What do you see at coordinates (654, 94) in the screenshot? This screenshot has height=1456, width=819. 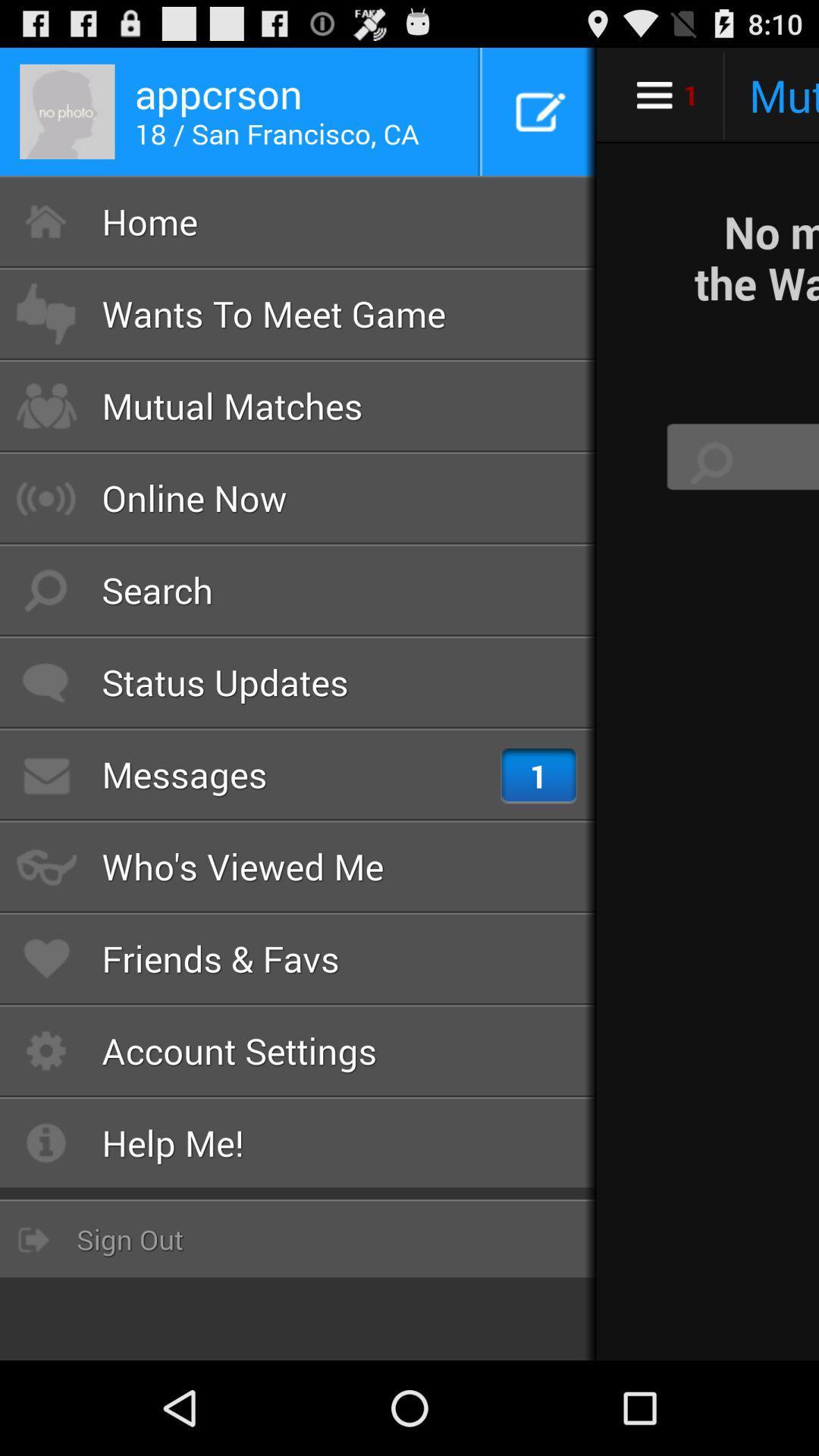 I see `the menu bar icon` at bounding box center [654, 94].